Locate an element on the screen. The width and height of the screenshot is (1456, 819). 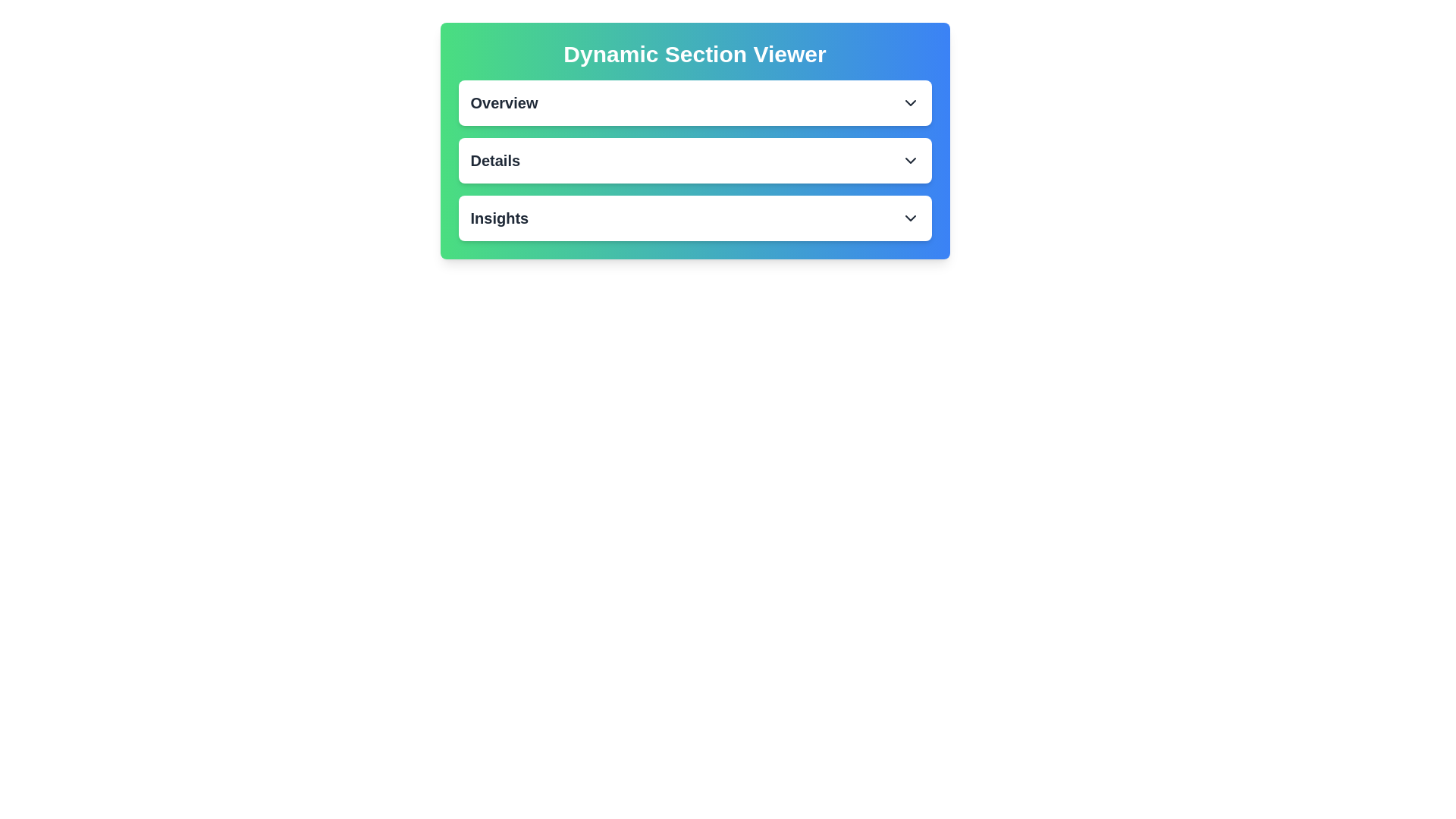
the label or text-based header serving as the title for the 'Details' section is located at coordinates (495, 161).